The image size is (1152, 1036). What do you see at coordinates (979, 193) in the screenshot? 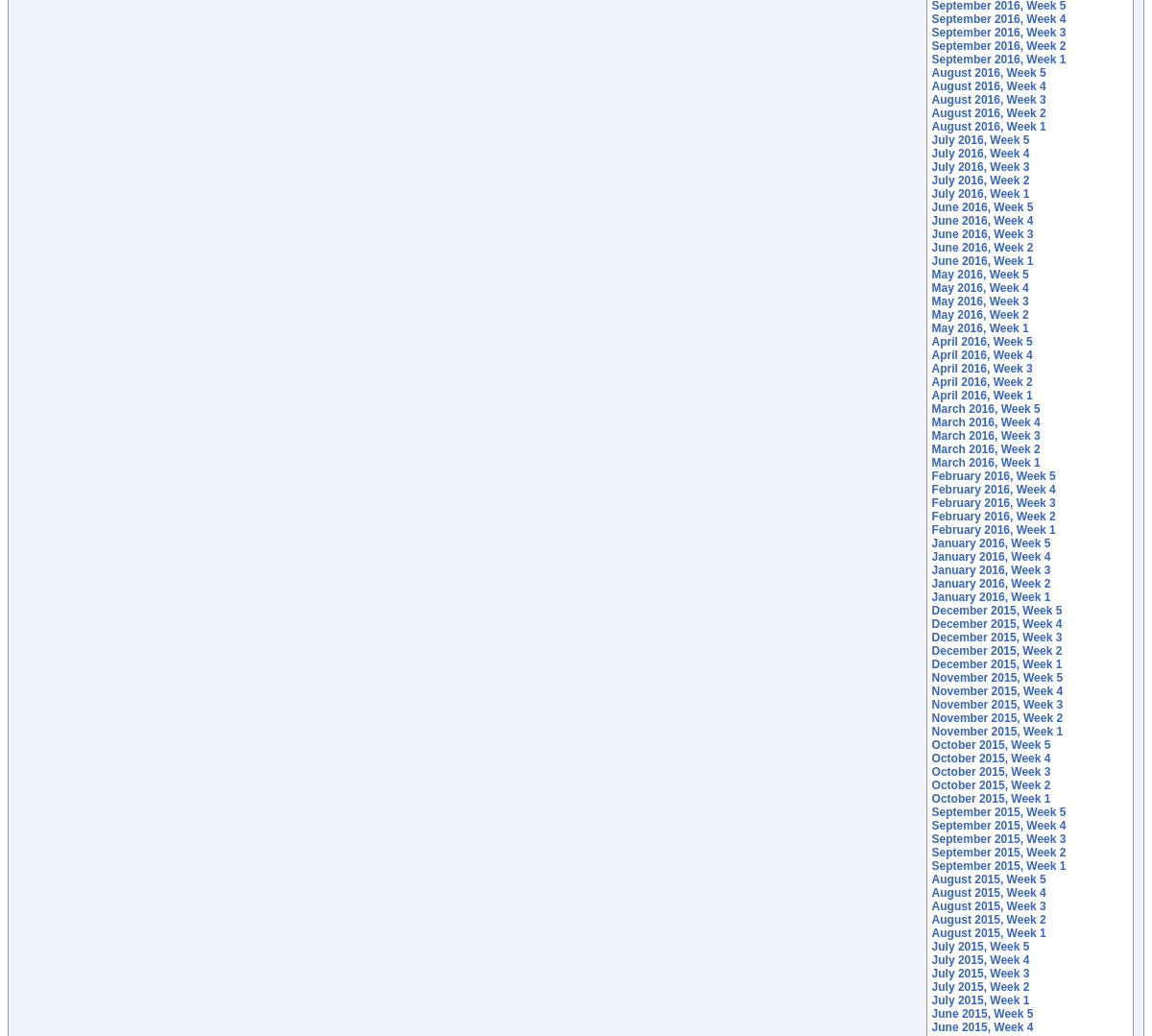
I see `'July 2016, Week 1'` at bounding box center [979, 193].